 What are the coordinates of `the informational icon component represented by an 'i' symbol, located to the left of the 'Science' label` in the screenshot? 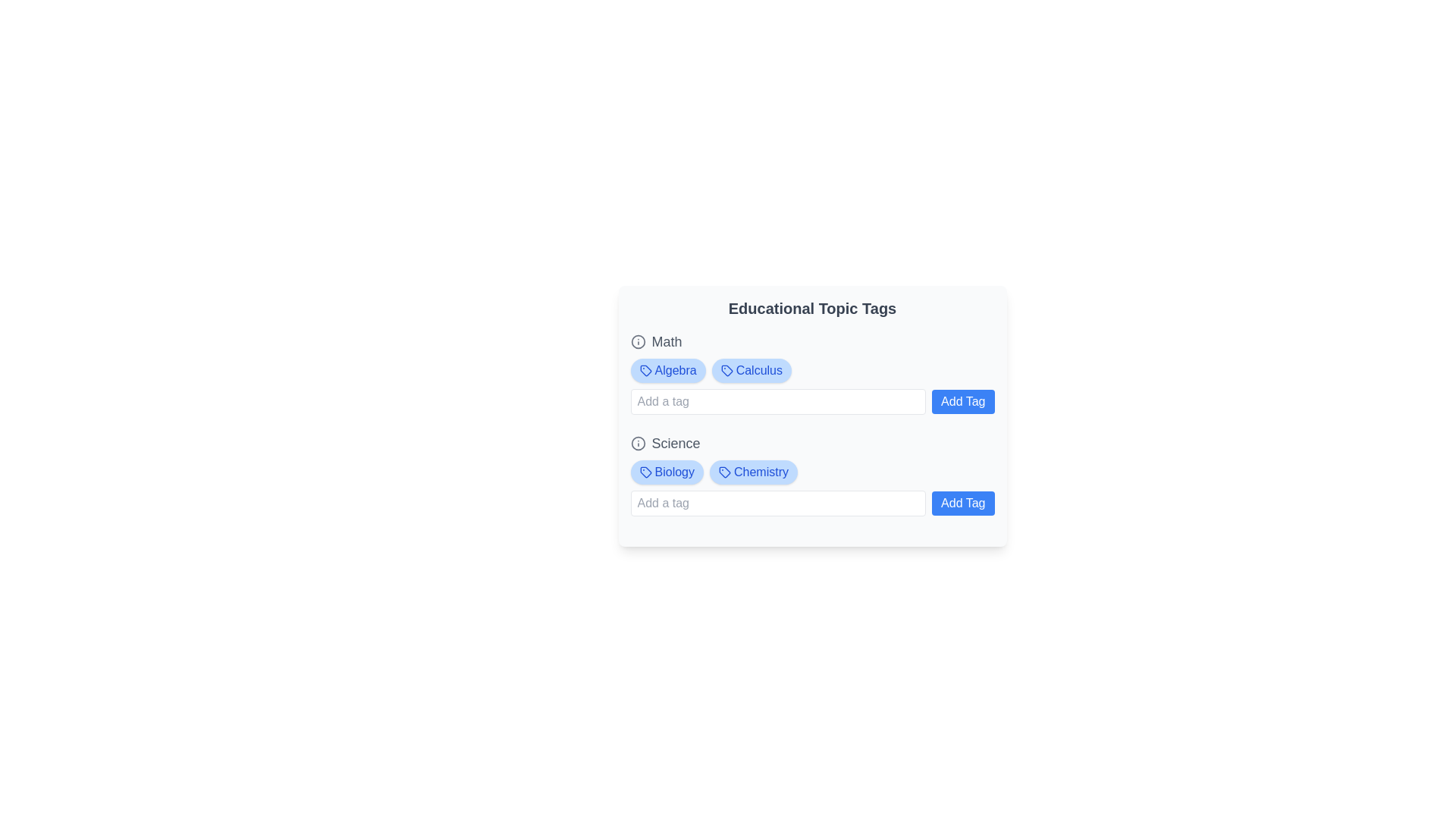 It's located at (638, 444).